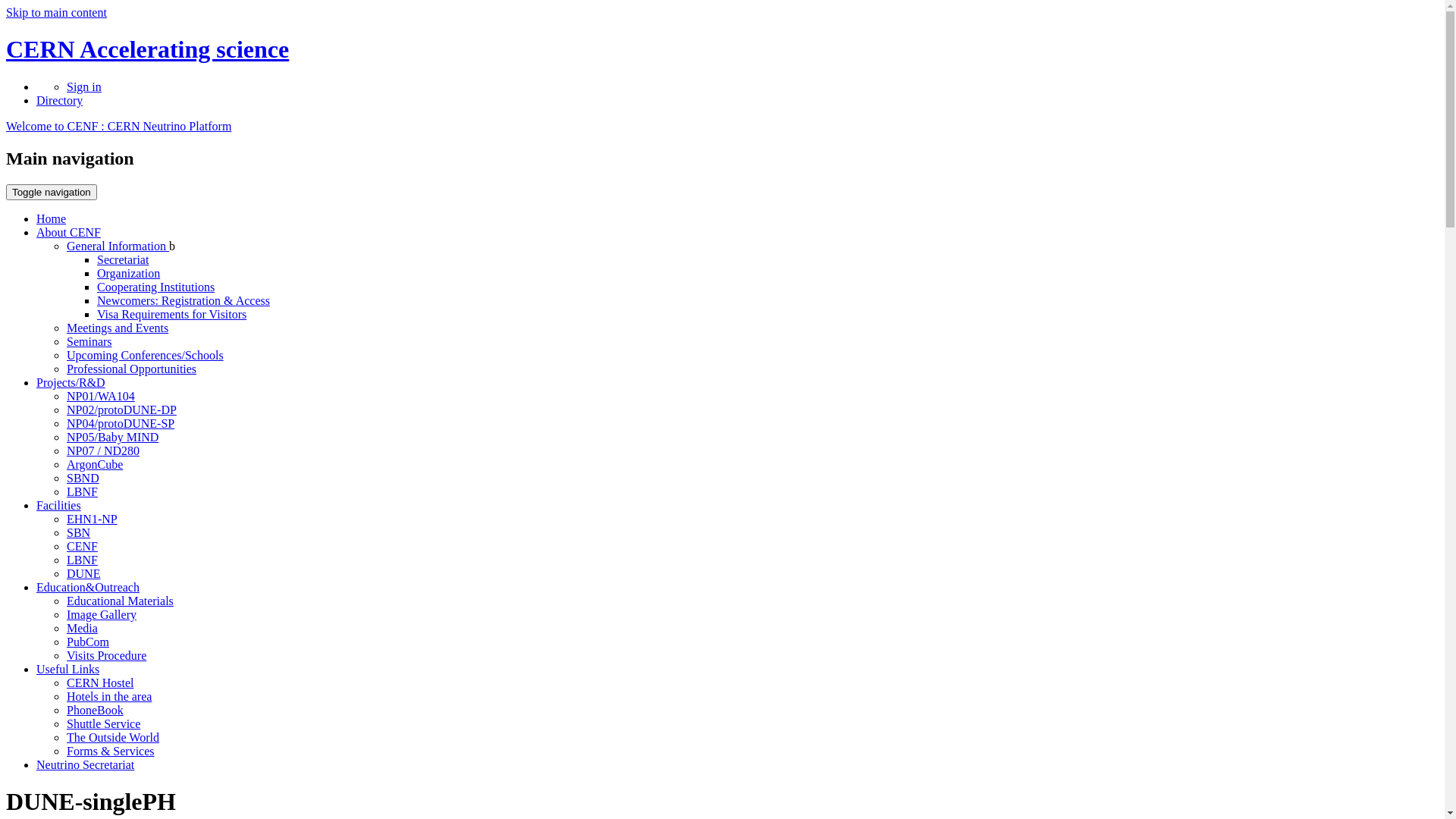 This screenshot has width=1456, height=819. I want to click on 'Directory', so click(59, 100).